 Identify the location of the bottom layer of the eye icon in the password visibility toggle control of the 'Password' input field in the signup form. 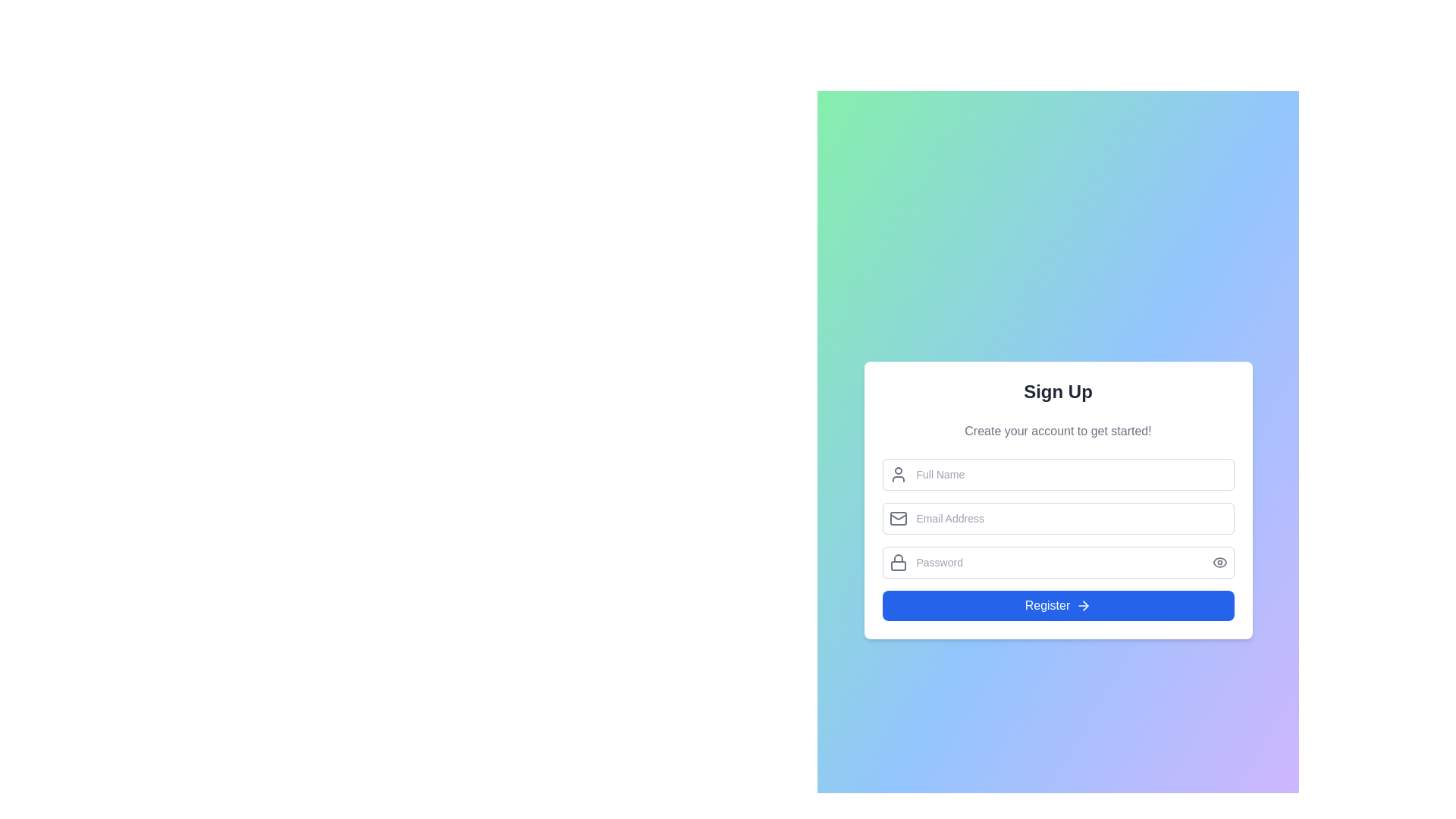
(1219, 562).